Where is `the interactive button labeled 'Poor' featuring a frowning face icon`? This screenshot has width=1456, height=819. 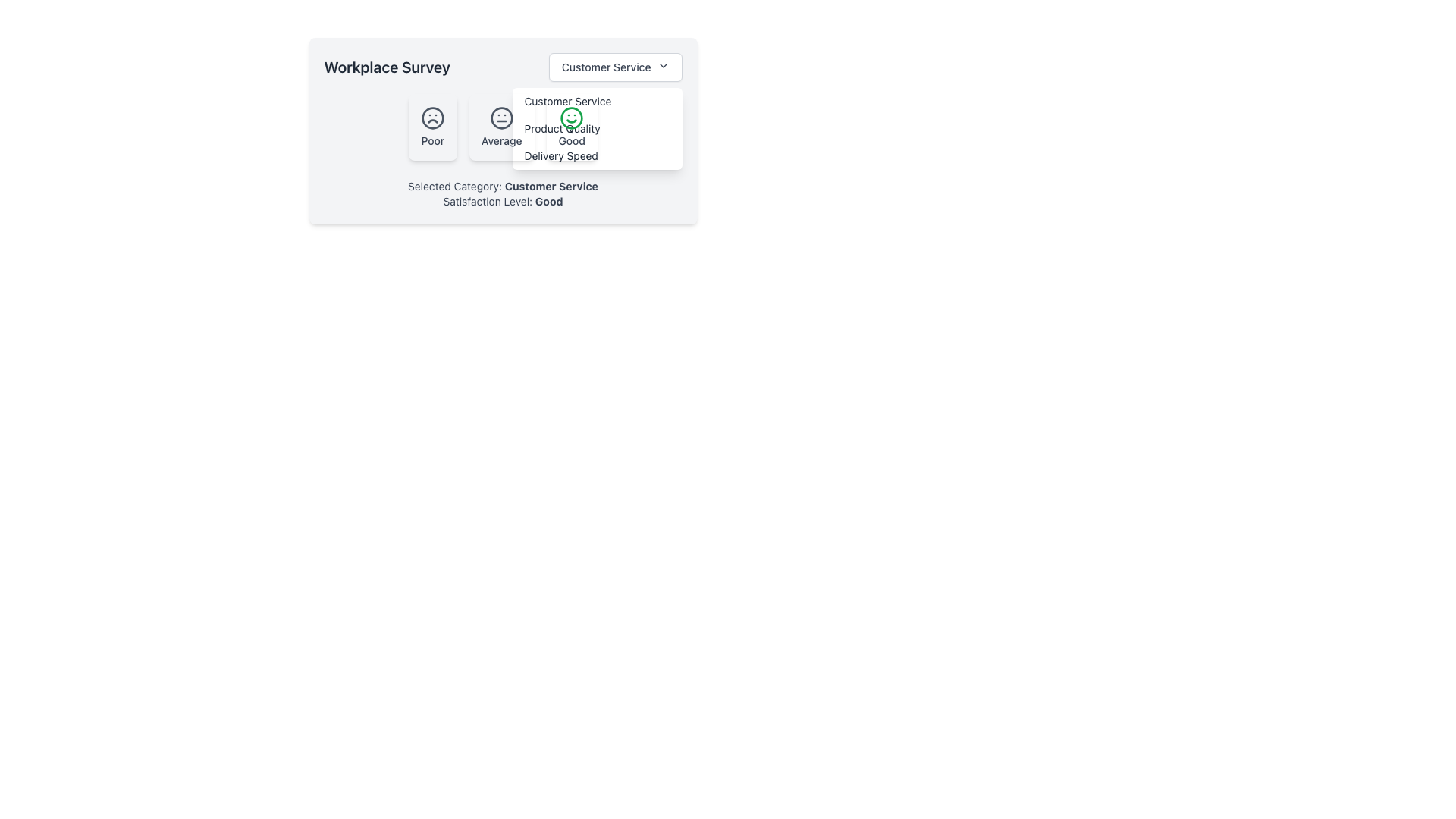
the interactive button labeled 'Poor' featuring a frowning face icon is located at coordinates (432, 127).